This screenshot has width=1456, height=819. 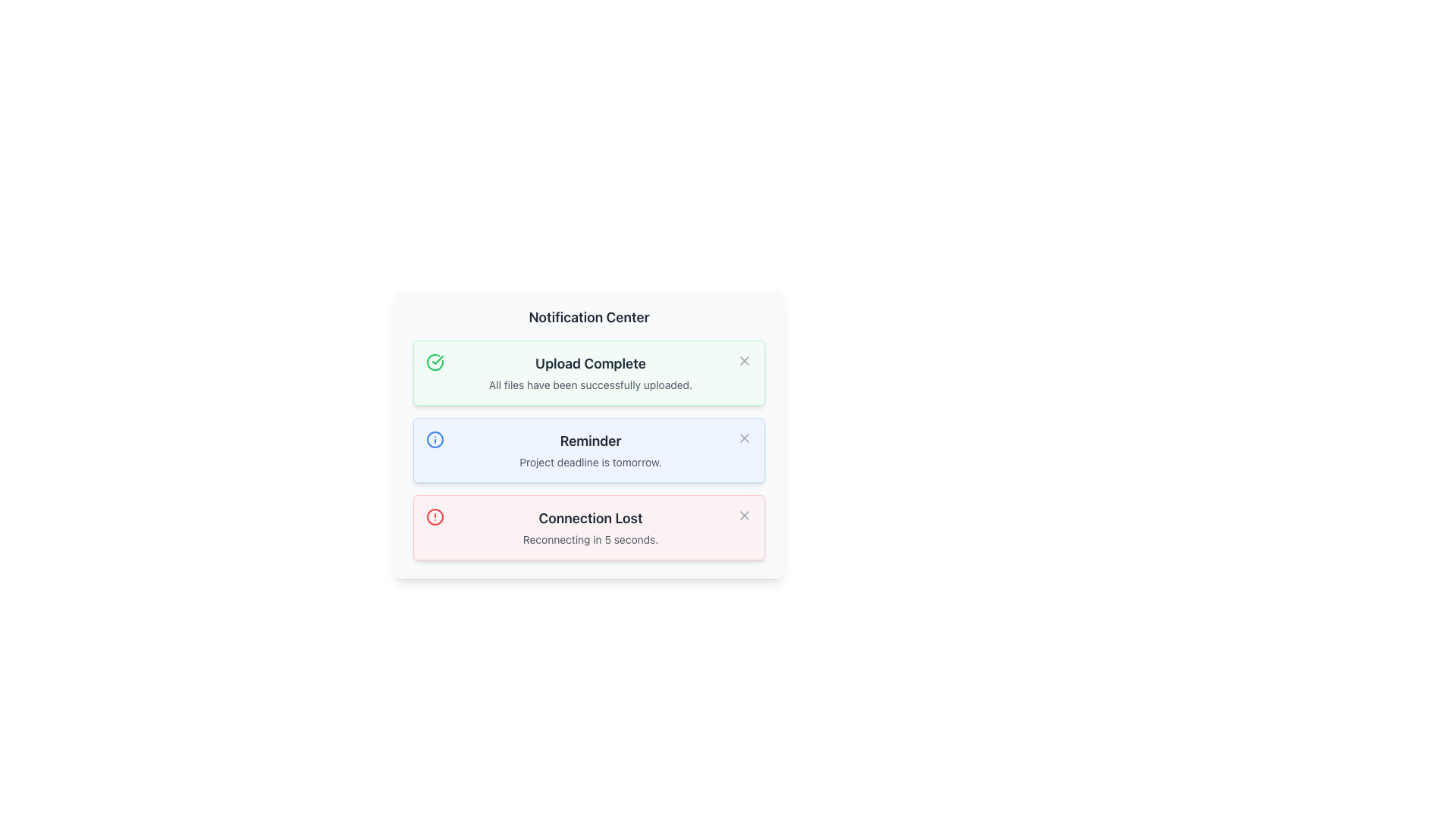 What do you see at coordinates (588, 526) in the screenshot?
I see `message displayed on the Notification Card with the title 'Connection Lost' and subtitle 'Reconnecting in 5 seconds.'` at bounding box center [588, 526].